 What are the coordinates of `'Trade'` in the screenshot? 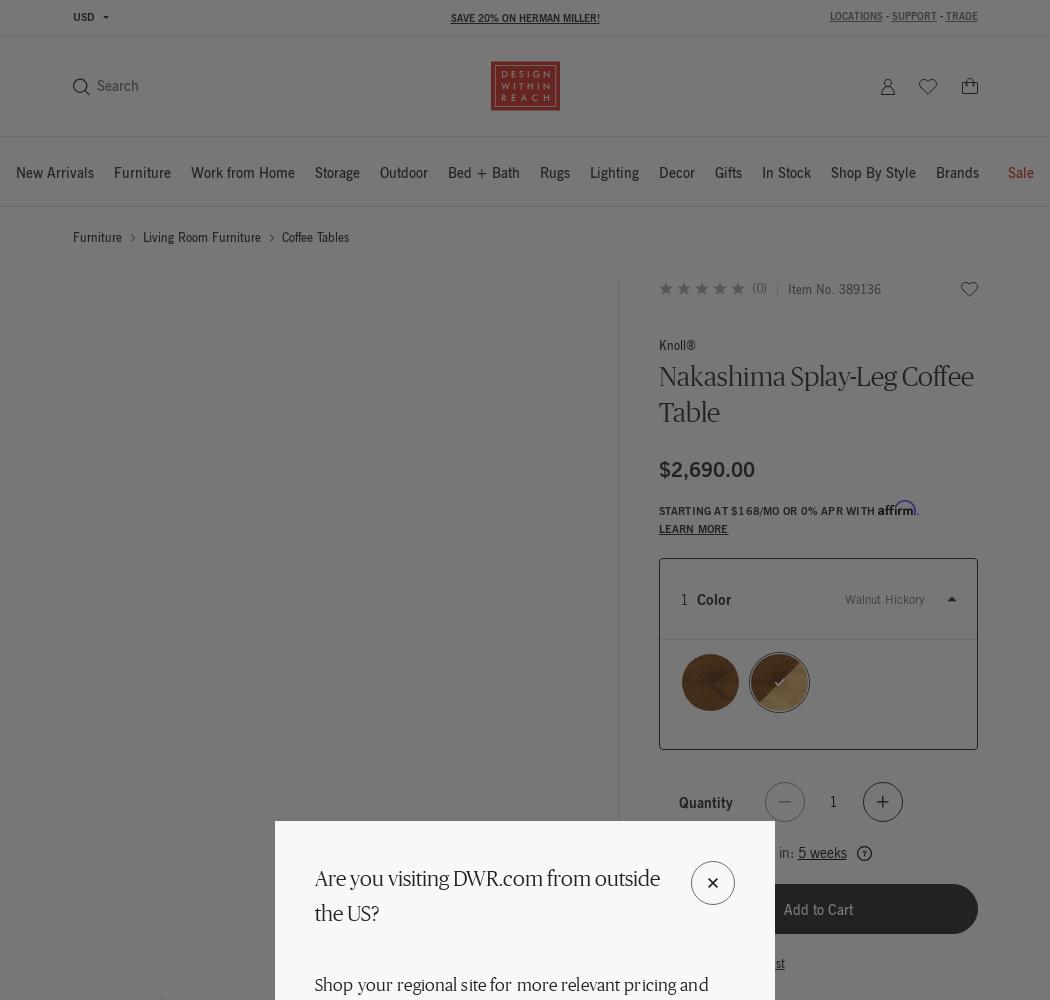 It's located at (959, 16).